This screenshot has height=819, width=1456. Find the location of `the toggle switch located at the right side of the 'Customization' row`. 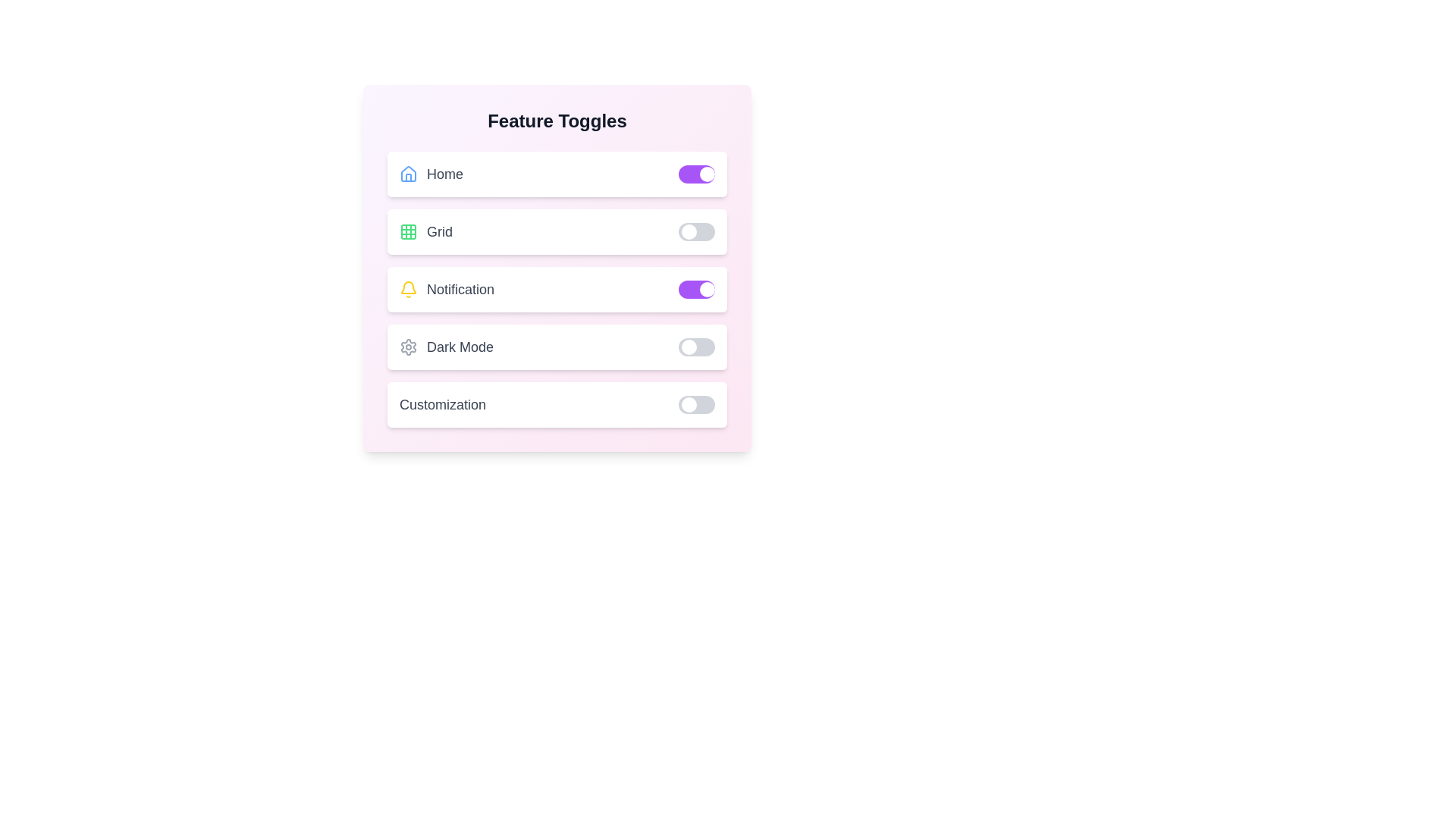

the toggle switch located at the right side of the 'Customization' row is located at coordinates (695, 403).